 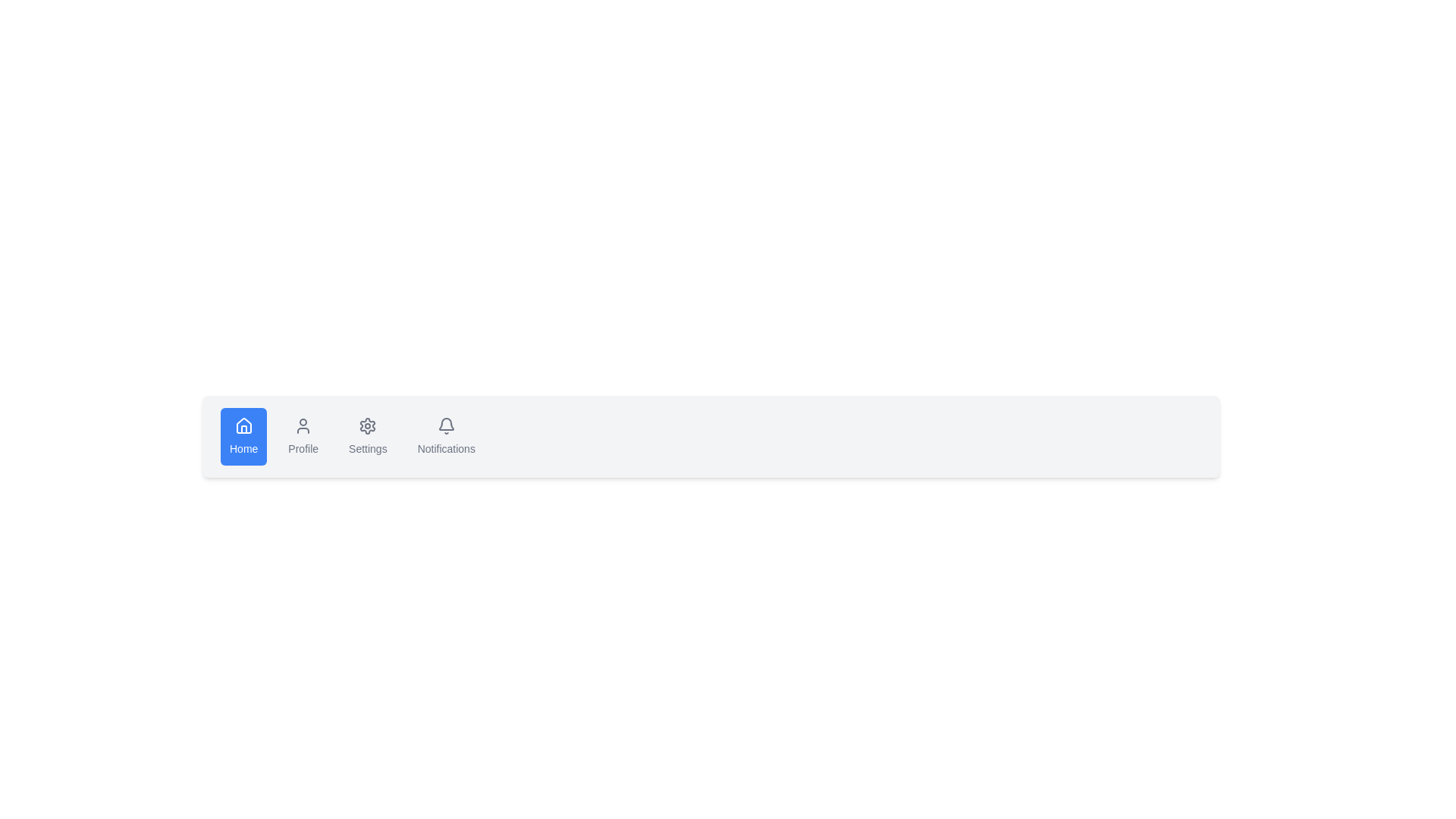 I want to click on the 'Notifications' button in the navigation bar, so click(x=445, y=436).